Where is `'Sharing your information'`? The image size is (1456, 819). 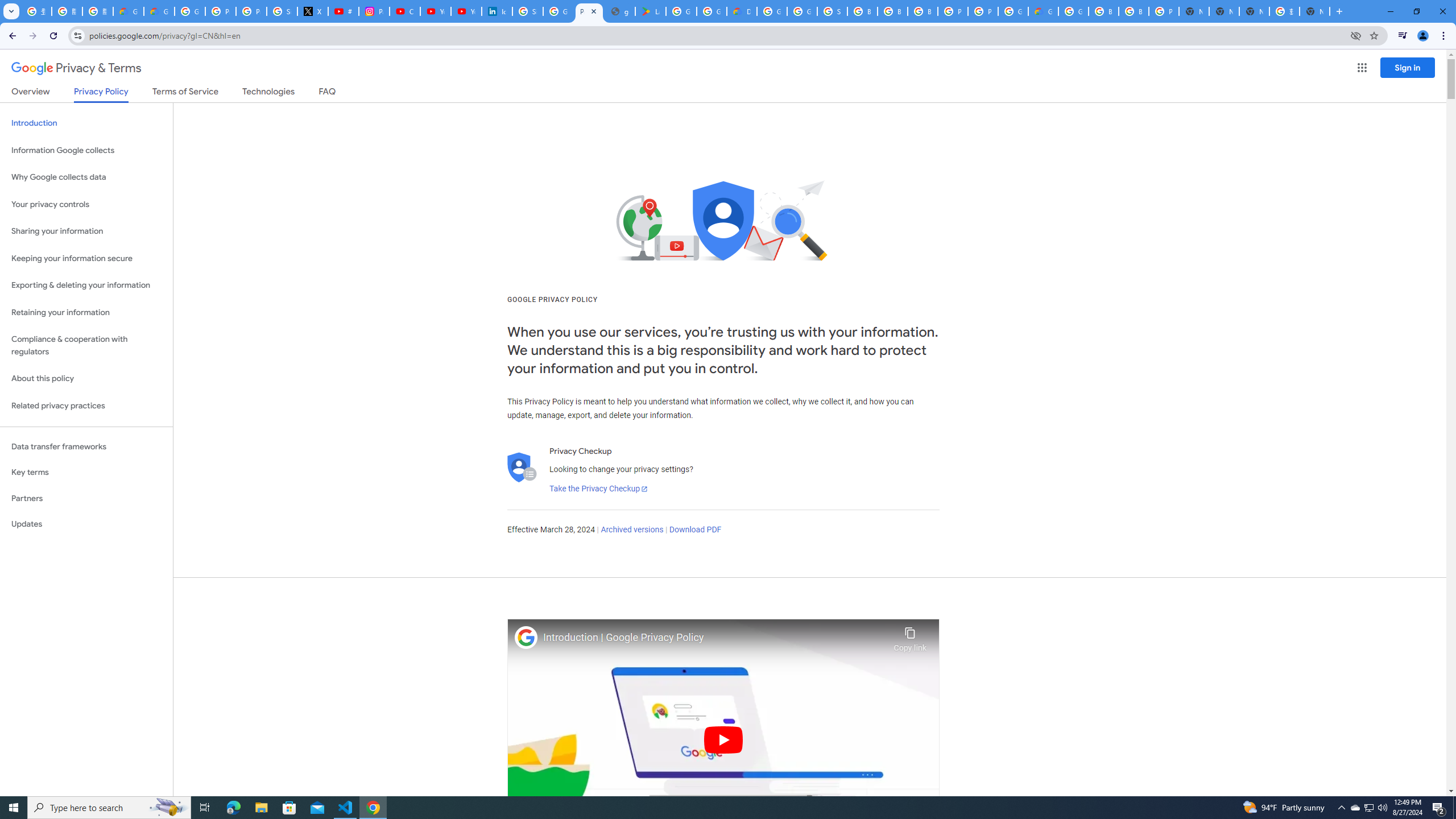 'Sharing your information' is located at coordinates (86, 230).